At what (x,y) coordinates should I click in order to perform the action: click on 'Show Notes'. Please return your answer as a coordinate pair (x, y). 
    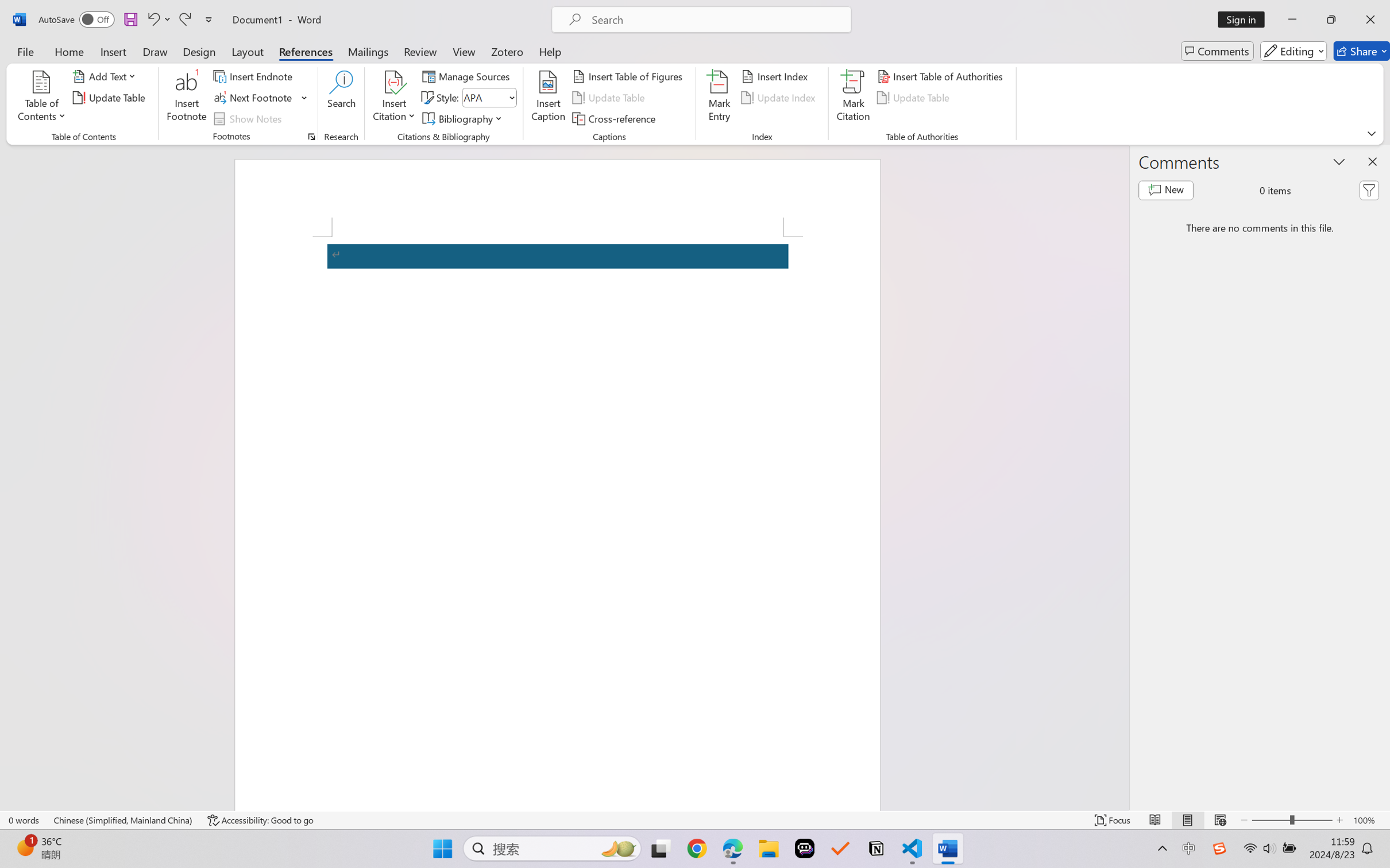
    Looking at the image, I should click on (249, 119).